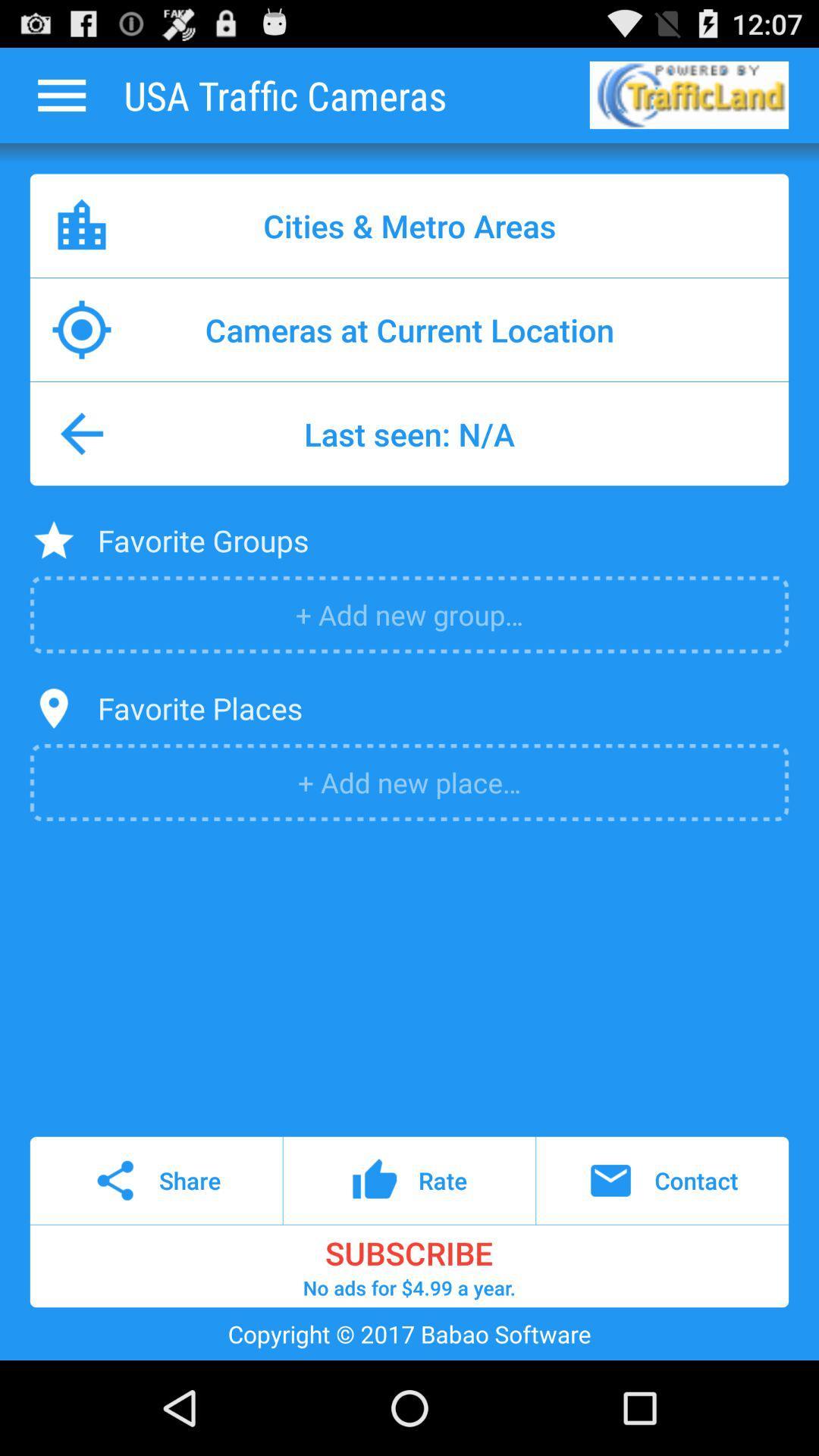  What do you see at coordinates (61, 94) in the screenshot?
I see `more options` at bounding box center [61, 94].